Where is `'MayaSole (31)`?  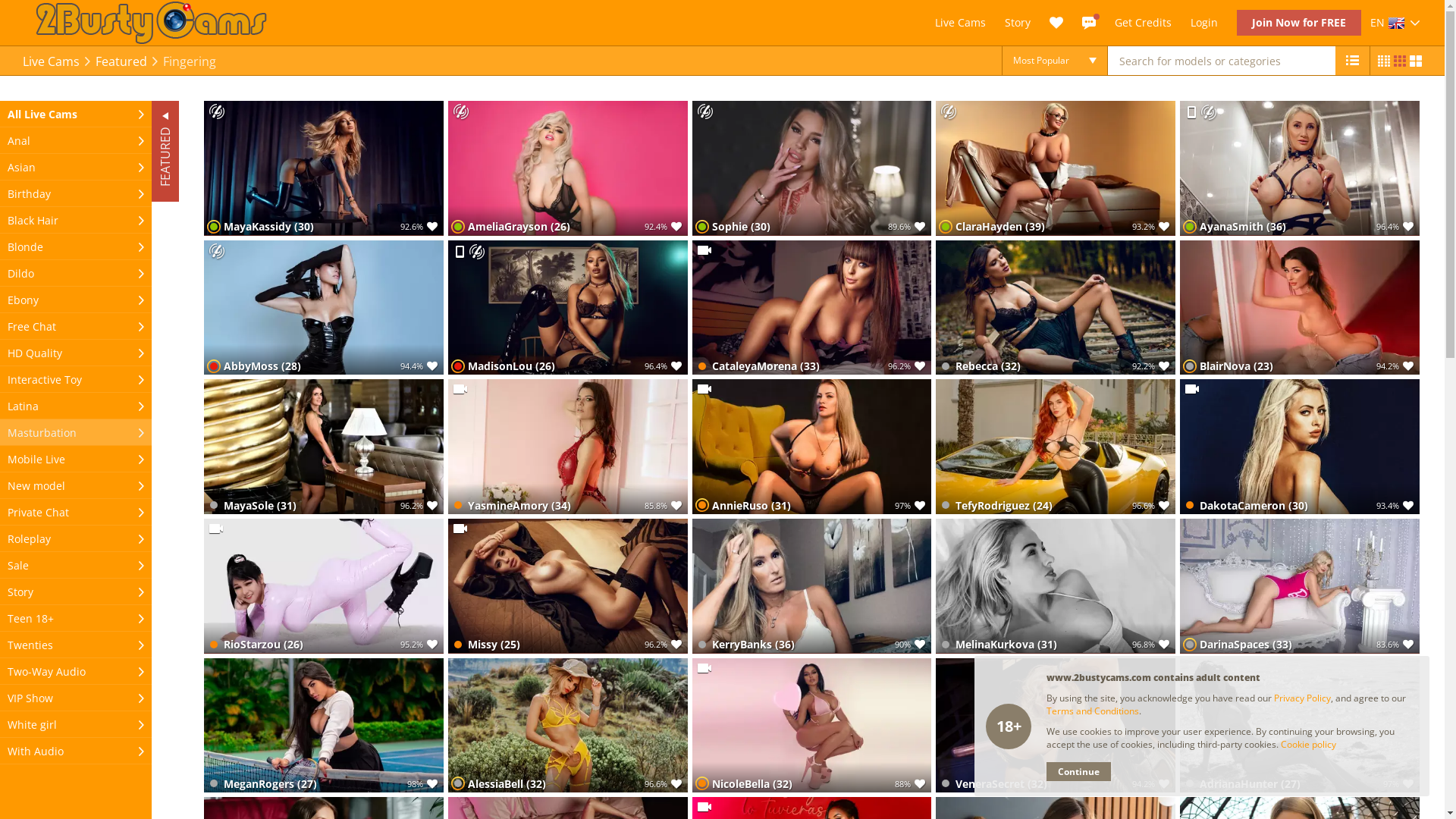
'MayaSole (31) is located at coordinates (323, 446).